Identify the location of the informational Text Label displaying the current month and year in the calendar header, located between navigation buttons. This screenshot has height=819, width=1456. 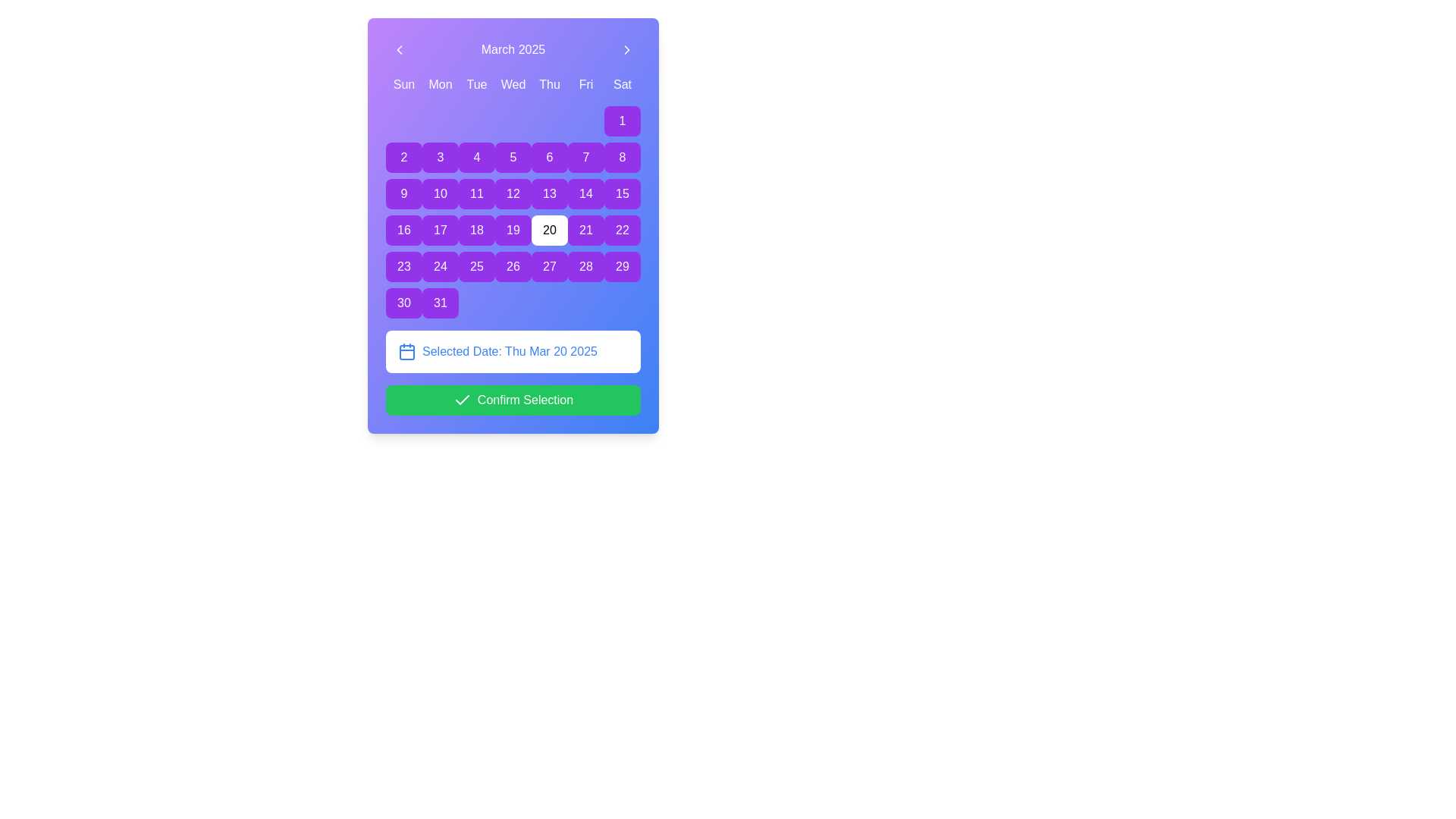
(513, 49).